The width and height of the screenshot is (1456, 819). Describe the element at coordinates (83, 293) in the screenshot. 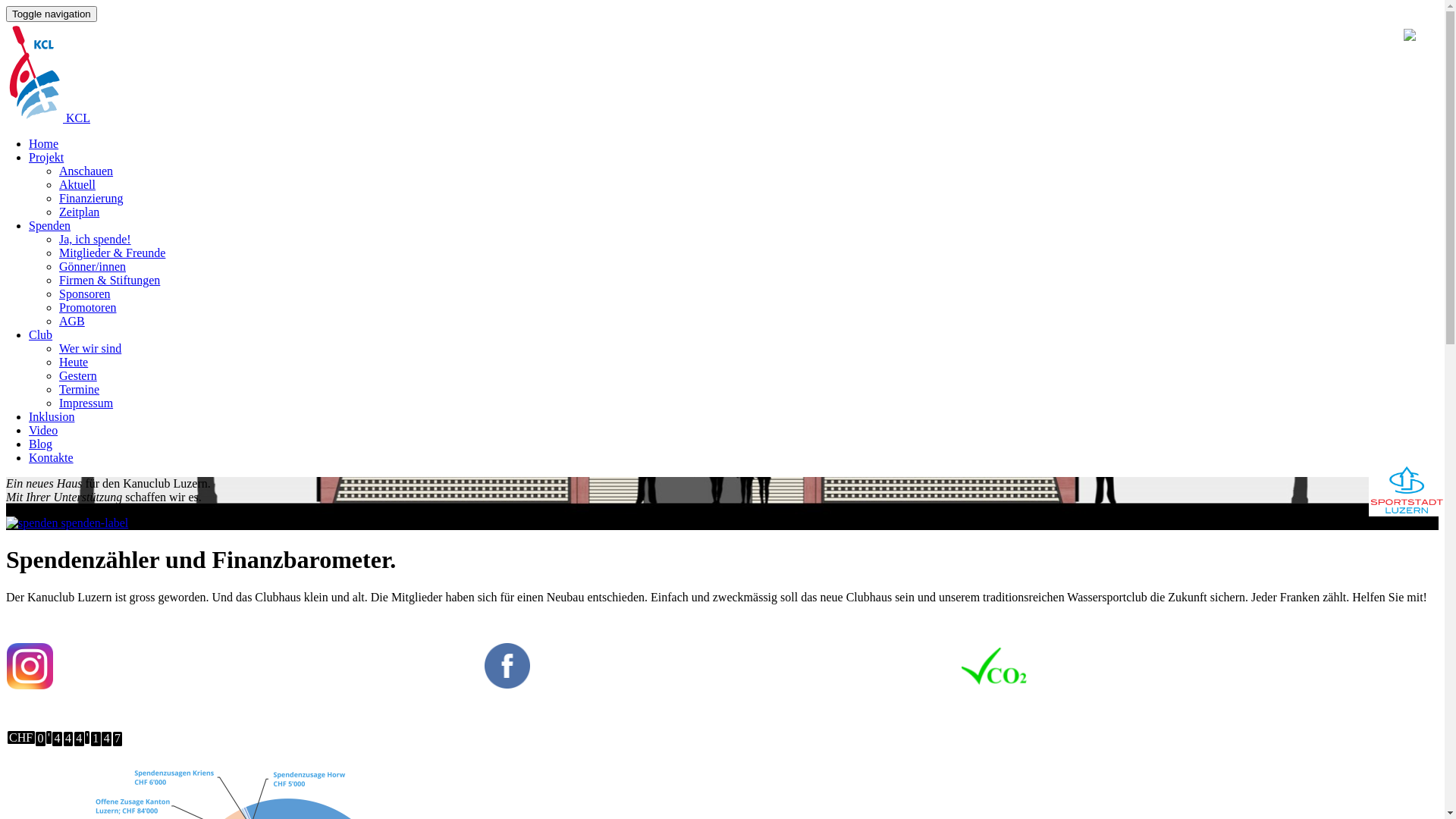

I see `'Sponsoren'` at that location.